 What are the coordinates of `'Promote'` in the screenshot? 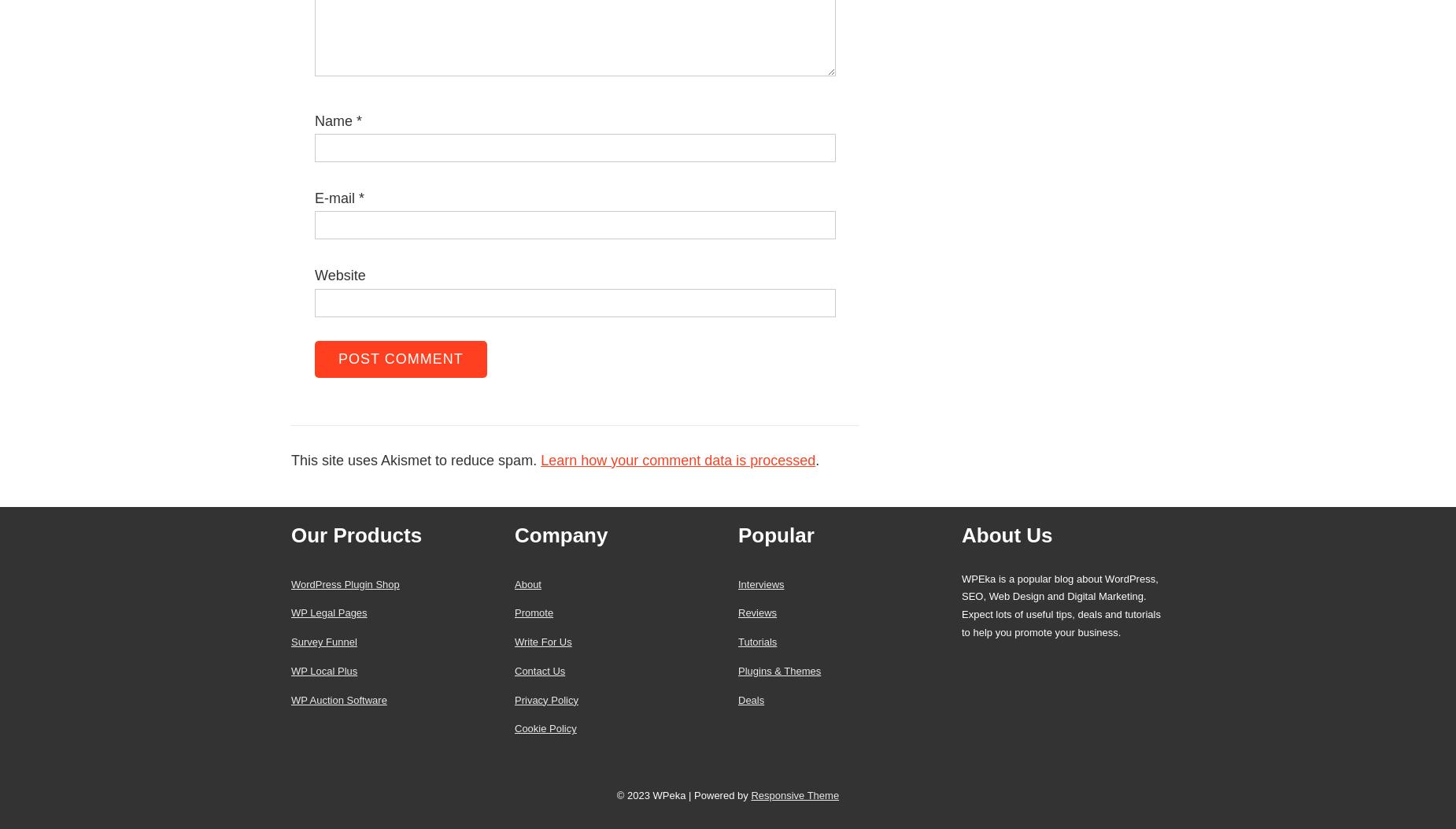 It's located at (534, 612).